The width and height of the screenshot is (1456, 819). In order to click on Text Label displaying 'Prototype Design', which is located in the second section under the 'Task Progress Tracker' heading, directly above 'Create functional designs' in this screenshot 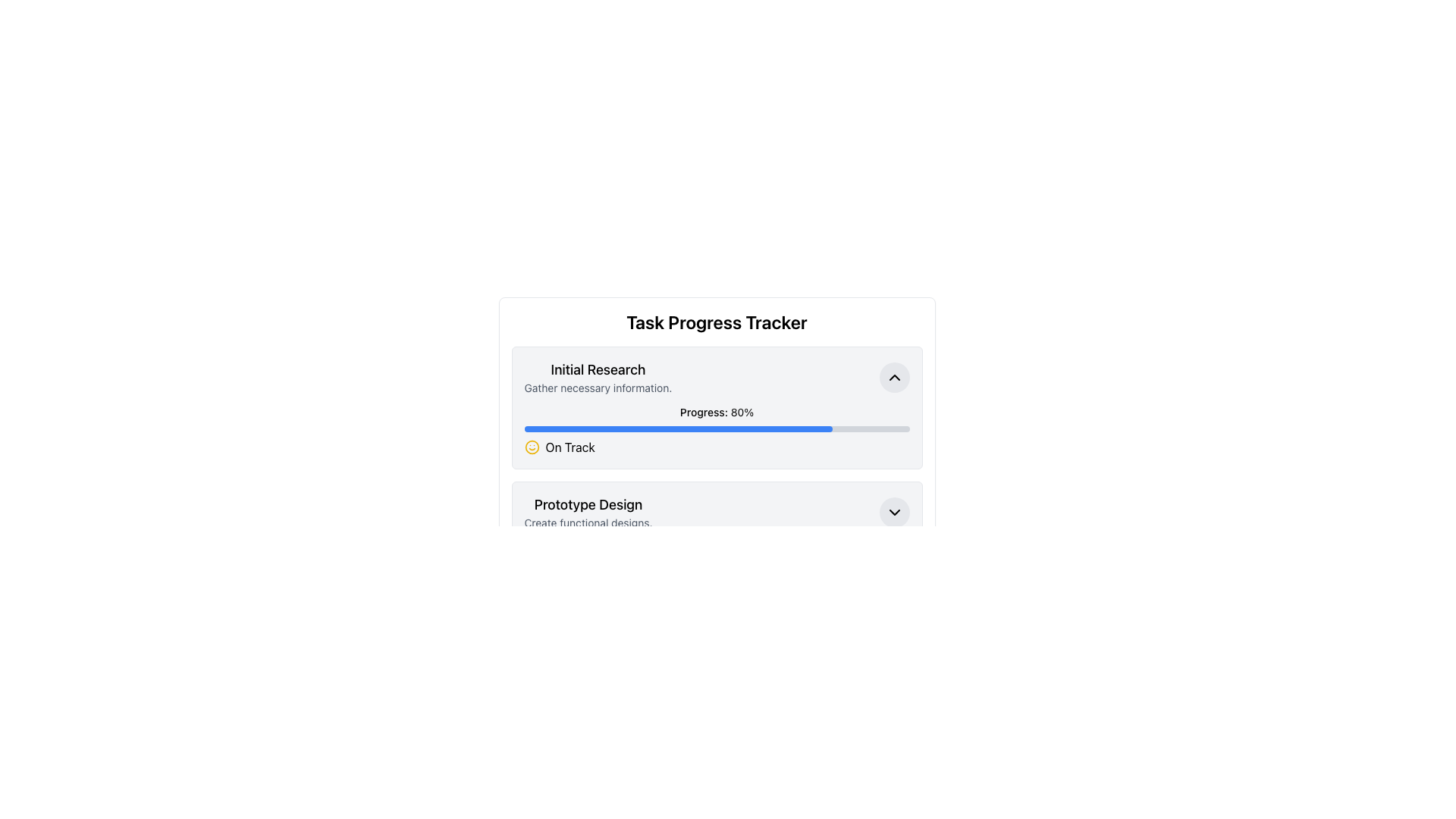, I will do `click(588, 505)`.